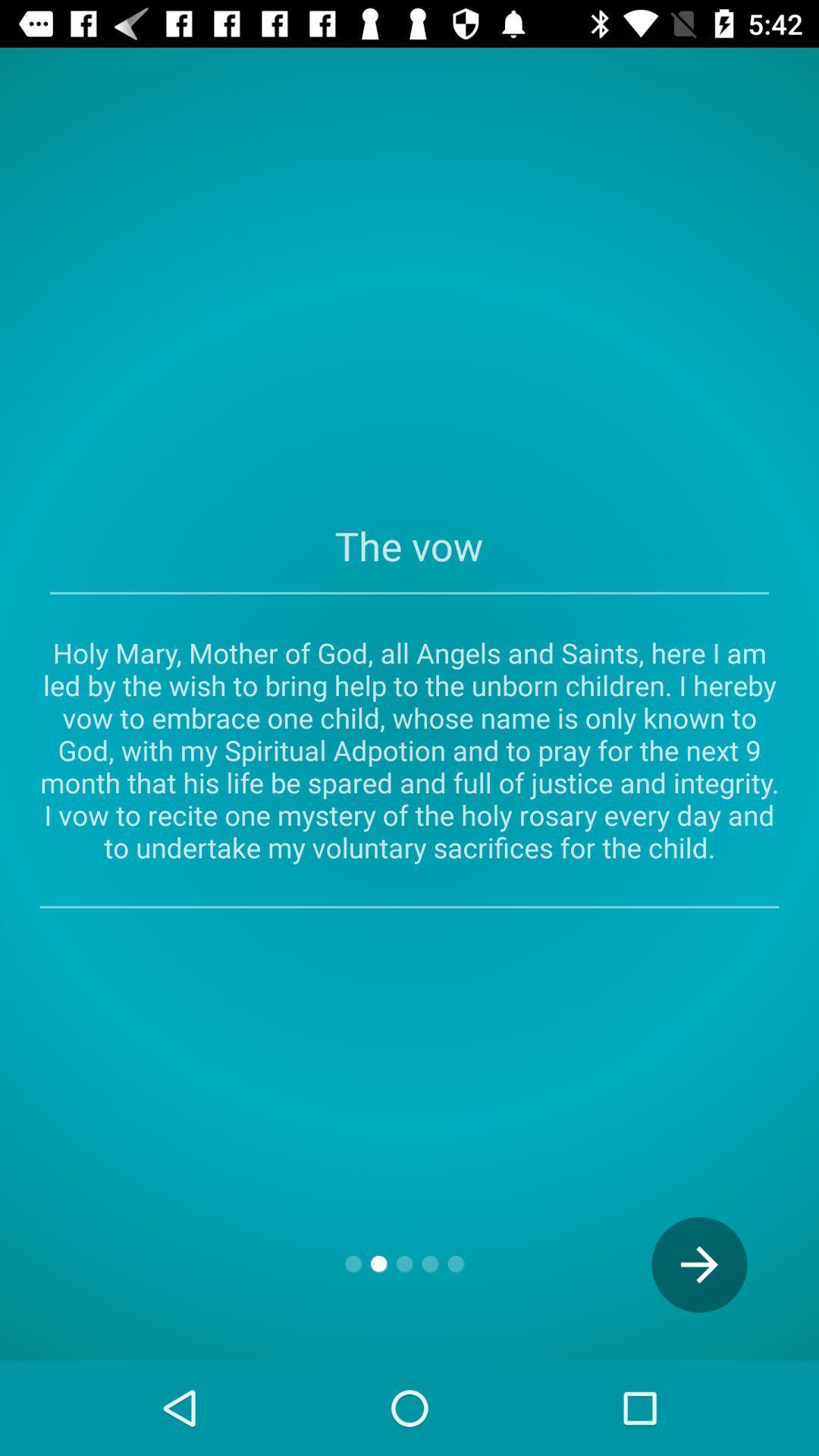 The image size is (819, 1456). Describe the element at coordinates (699, 1264) in the screenshot. I see `next screen` at that location.